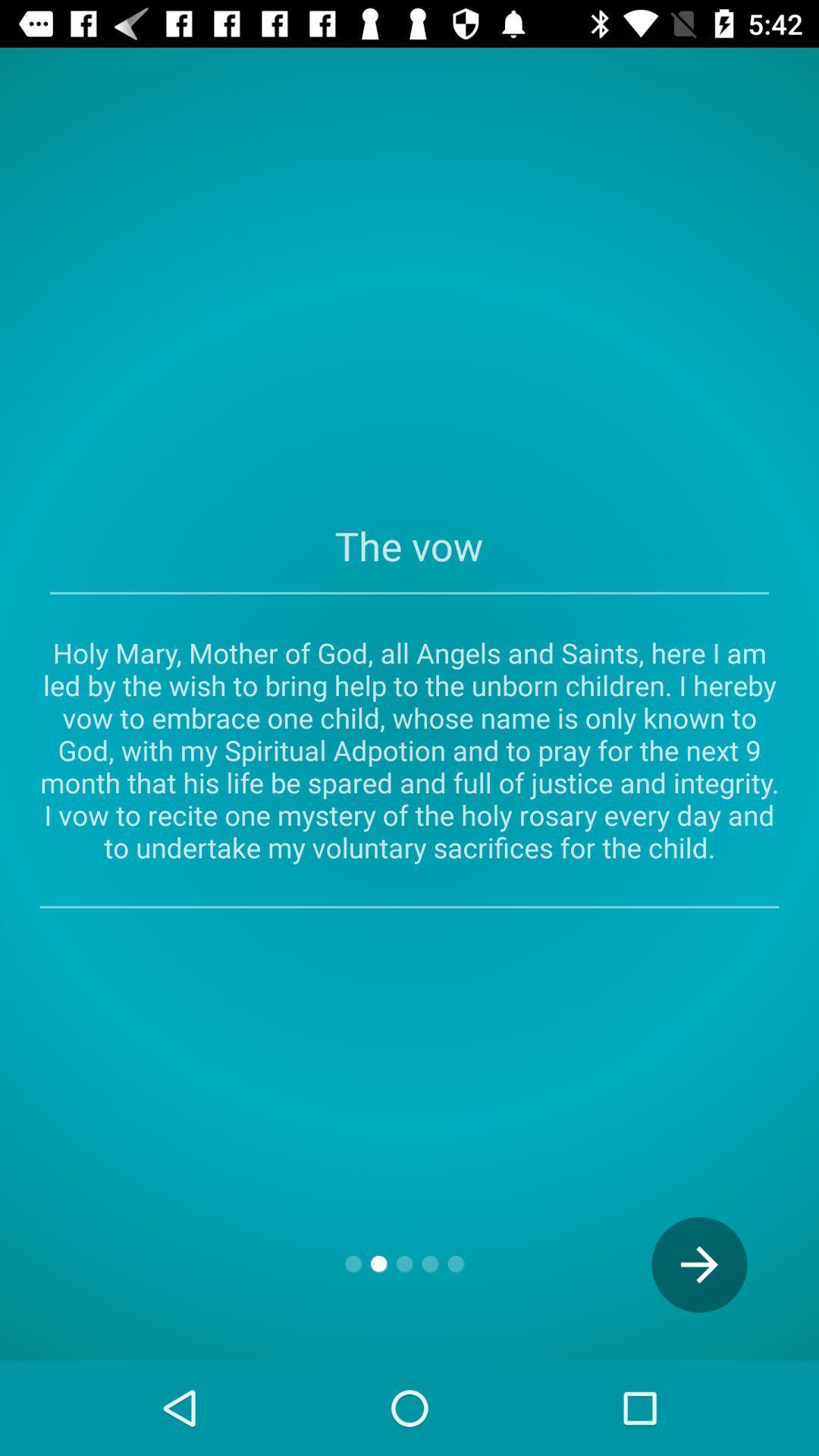 The image size is (819, 1456). Describe the element at coordinates (699, 1264) in the screenshot. I see `next screen` at that location.